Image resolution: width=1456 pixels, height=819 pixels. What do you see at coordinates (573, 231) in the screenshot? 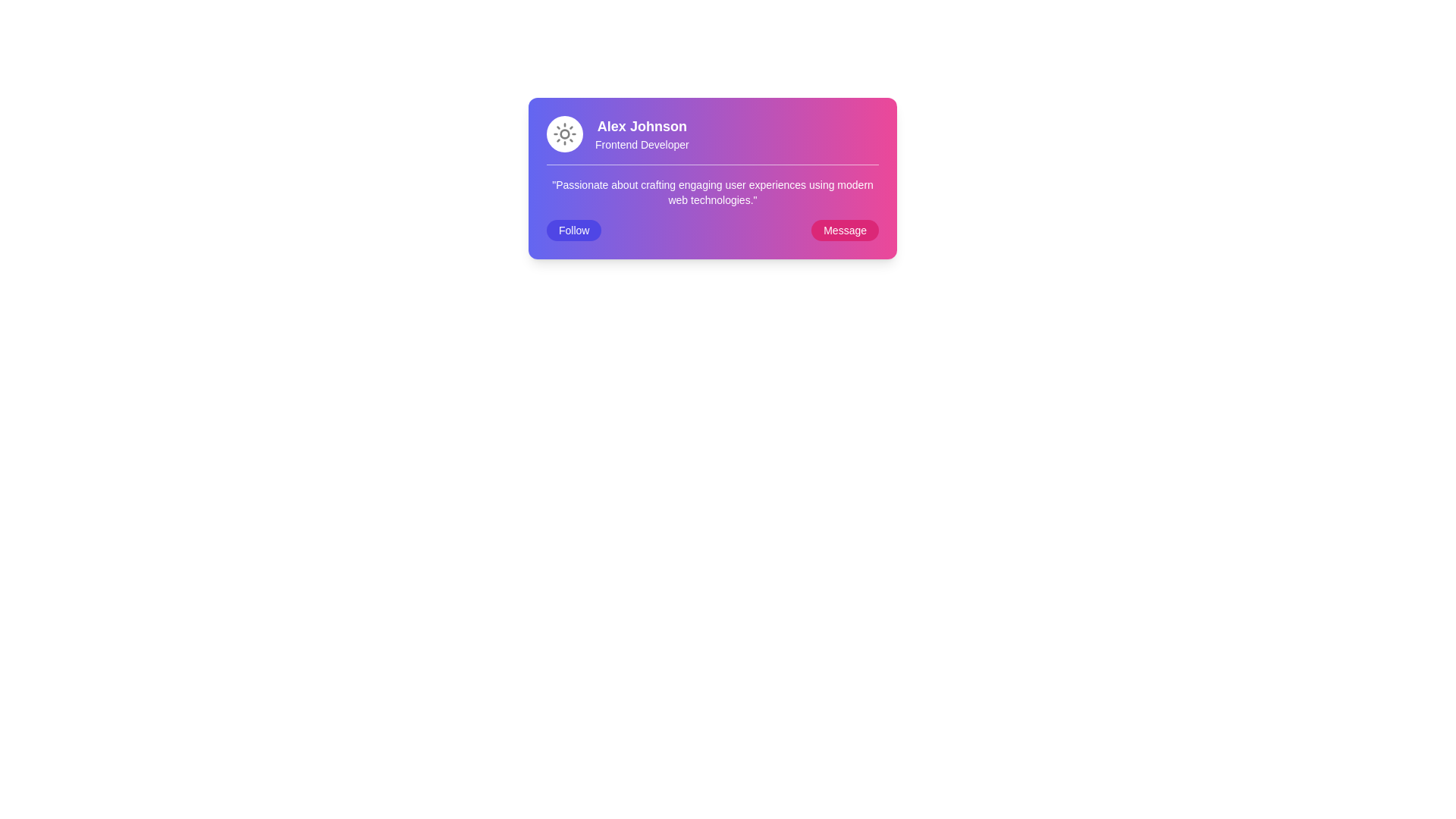
I see `the 'Follow' button located in the bottom-left corner of the card component to follow the associated profile` at bounding box center [573, 231].